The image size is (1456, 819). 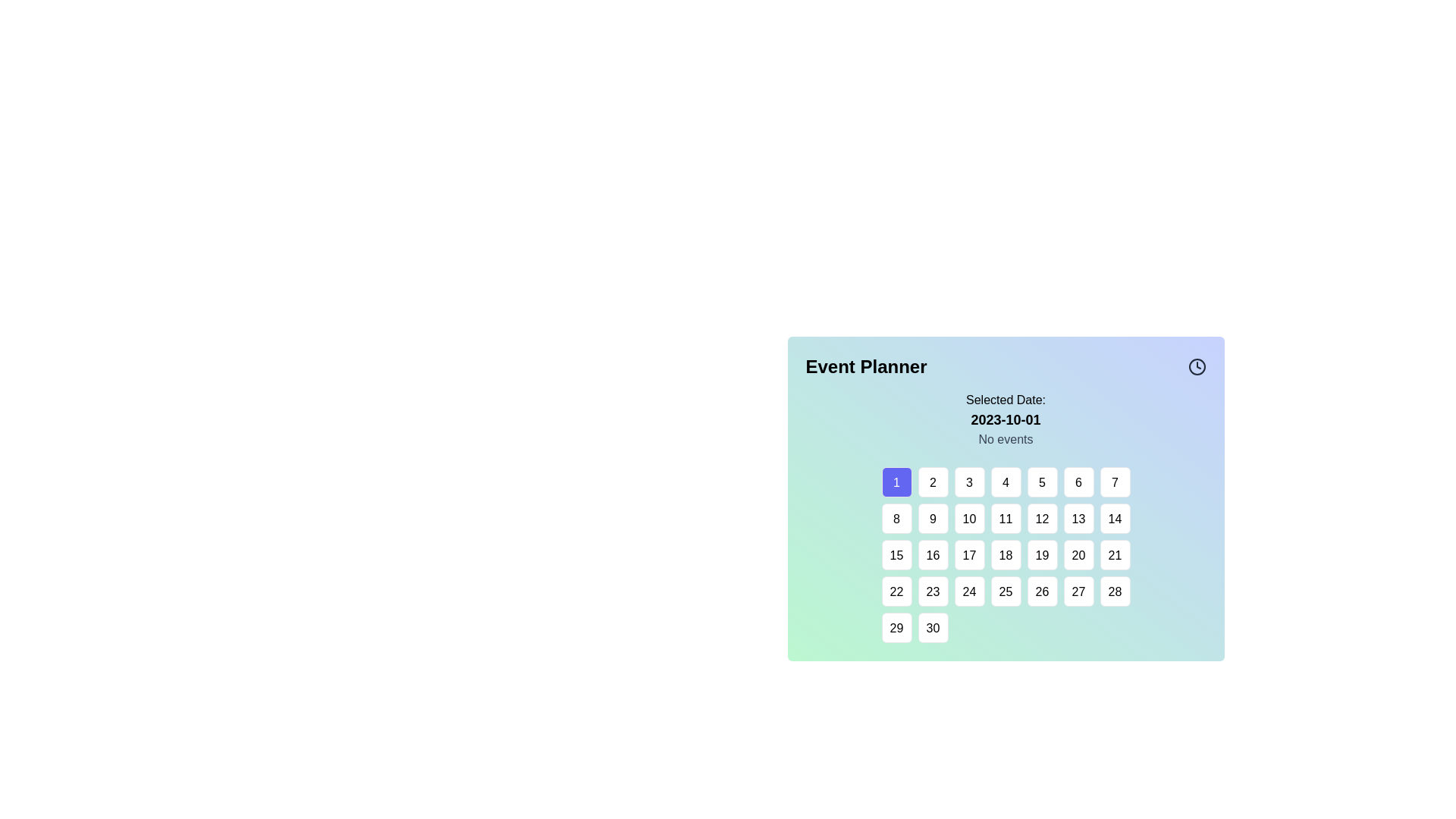 What do you see at coordinates (1041, 590) in the screenshot?
I see `the square-shaped button with a white background and the number '26' in black, located in the fourth row and fifth column of the grid layout to trigger visual feedback` at bounding box center [1041, 590].